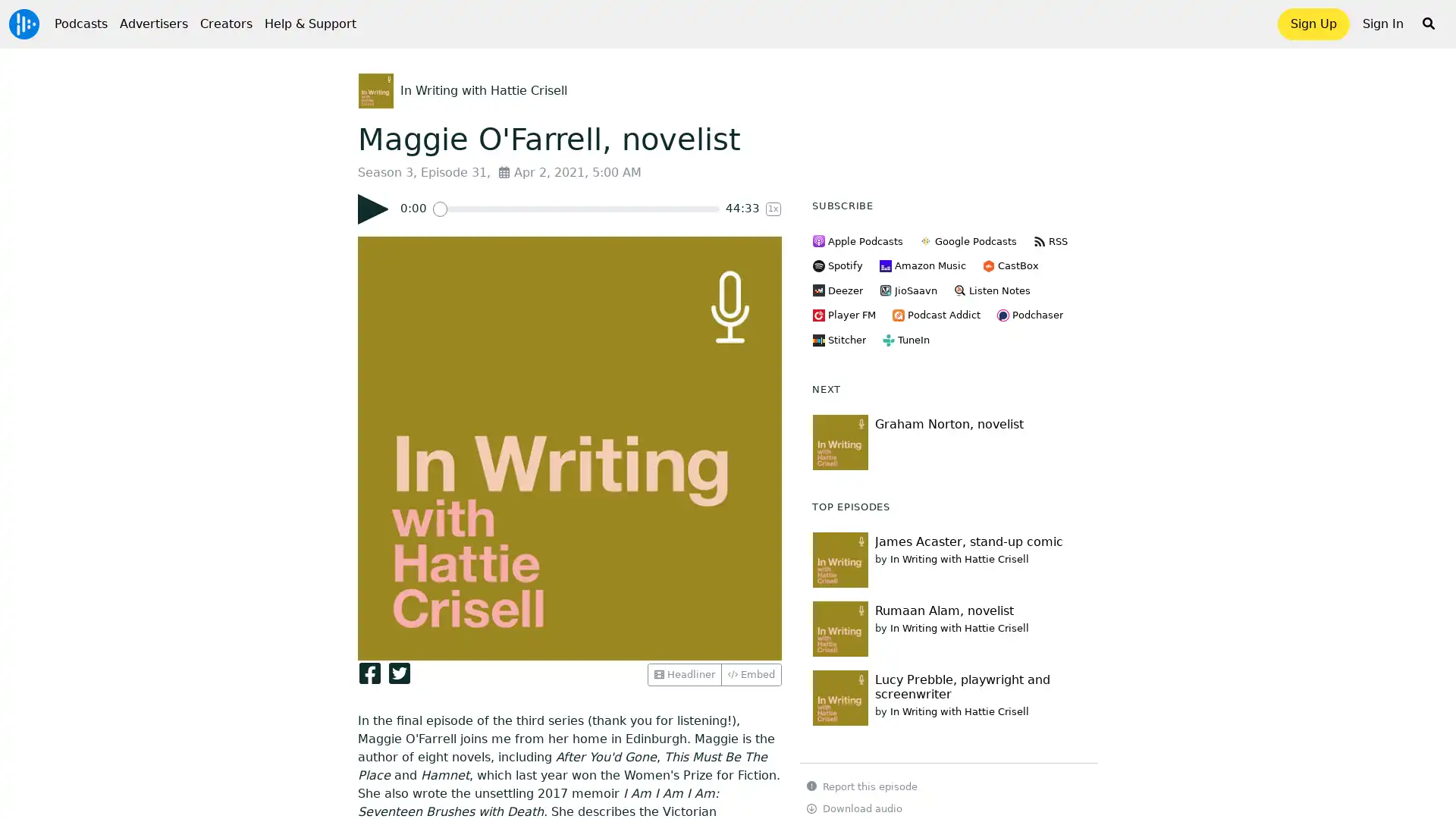 This screenshot has width=1456, height=819. Describe the element at coordinates (1427, 24) in the screenshot. I see `Open search form` at that location.